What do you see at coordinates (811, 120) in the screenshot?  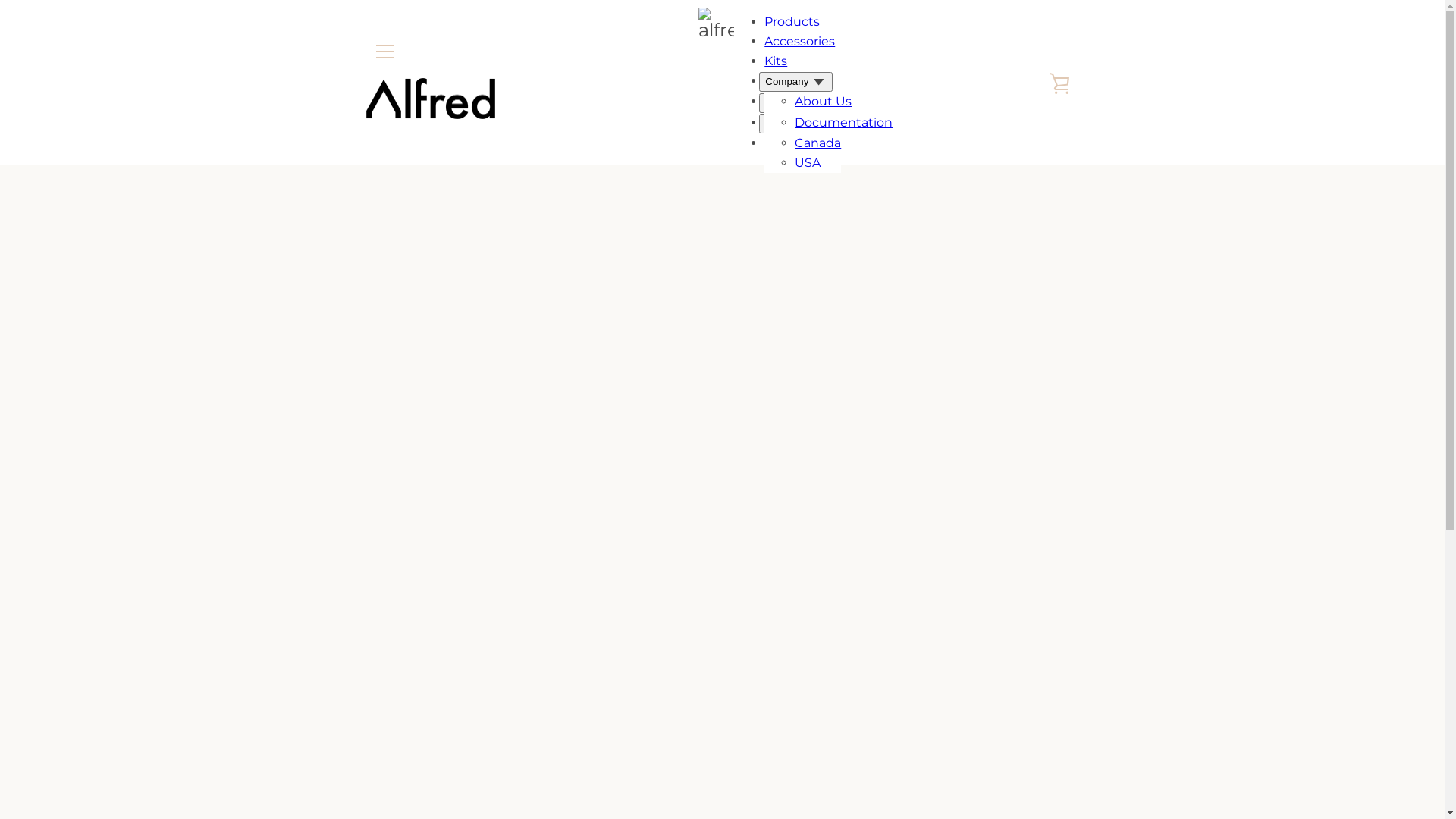 I see `'News'` at bounding box center [811, 120].